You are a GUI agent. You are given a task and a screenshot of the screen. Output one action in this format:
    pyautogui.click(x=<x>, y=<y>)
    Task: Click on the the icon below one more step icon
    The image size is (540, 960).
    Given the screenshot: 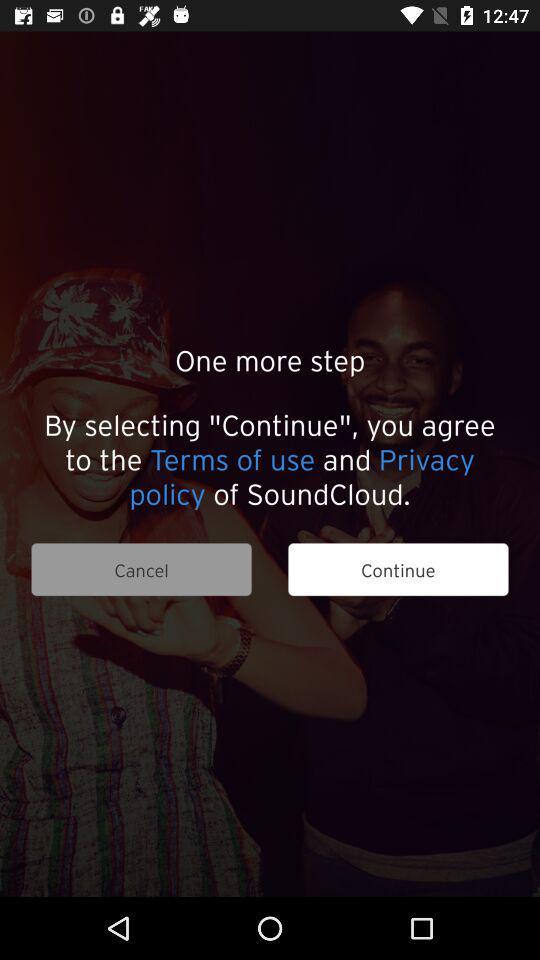 What is the action you would take?
    pyautogui.click(x=270, y=458)
    